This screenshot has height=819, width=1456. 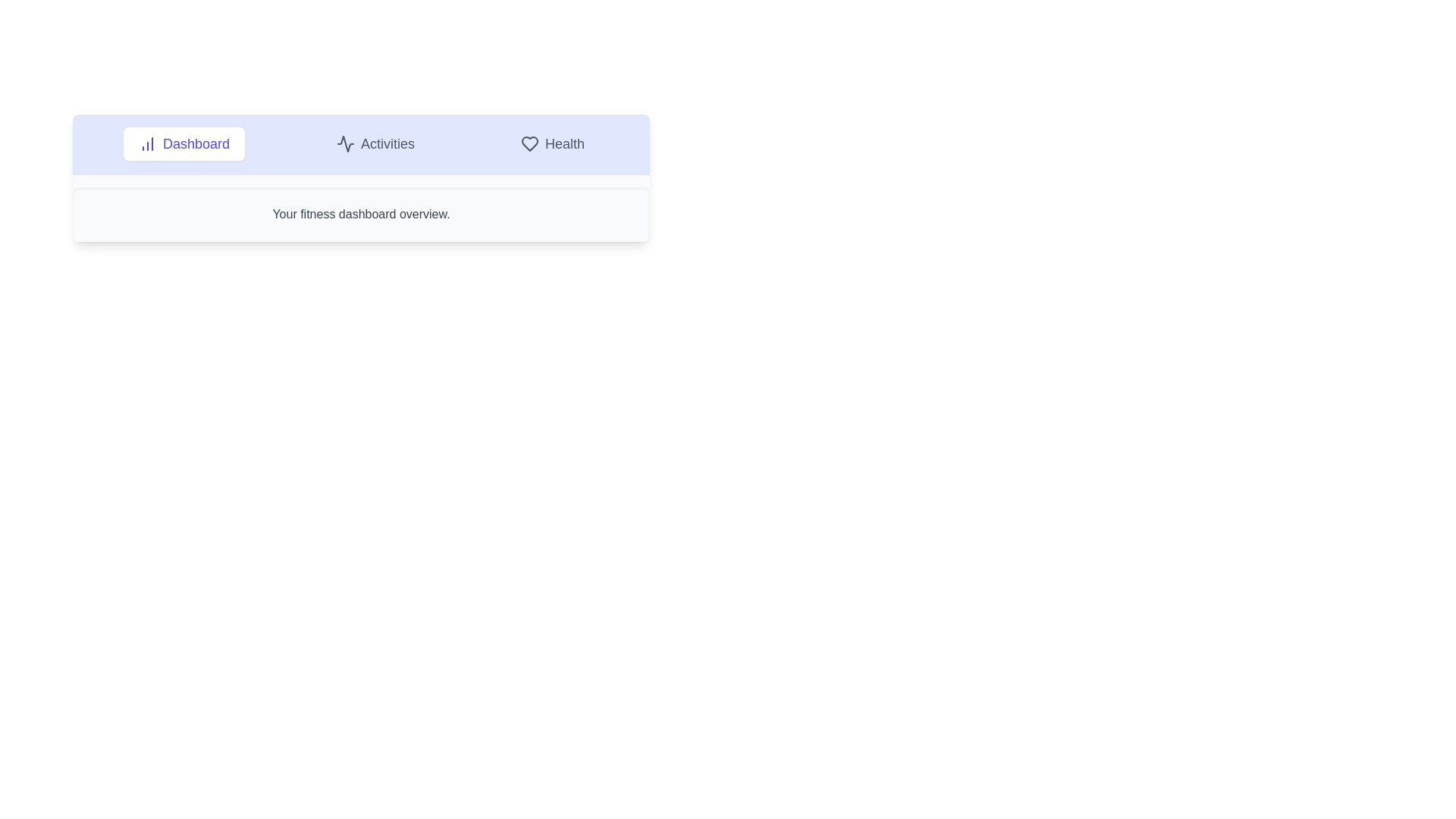 What do you see at coordinates (184, 143) in the screenshot?
I see `the Dashboard tab to view its content` at bounding box center [184, 143].